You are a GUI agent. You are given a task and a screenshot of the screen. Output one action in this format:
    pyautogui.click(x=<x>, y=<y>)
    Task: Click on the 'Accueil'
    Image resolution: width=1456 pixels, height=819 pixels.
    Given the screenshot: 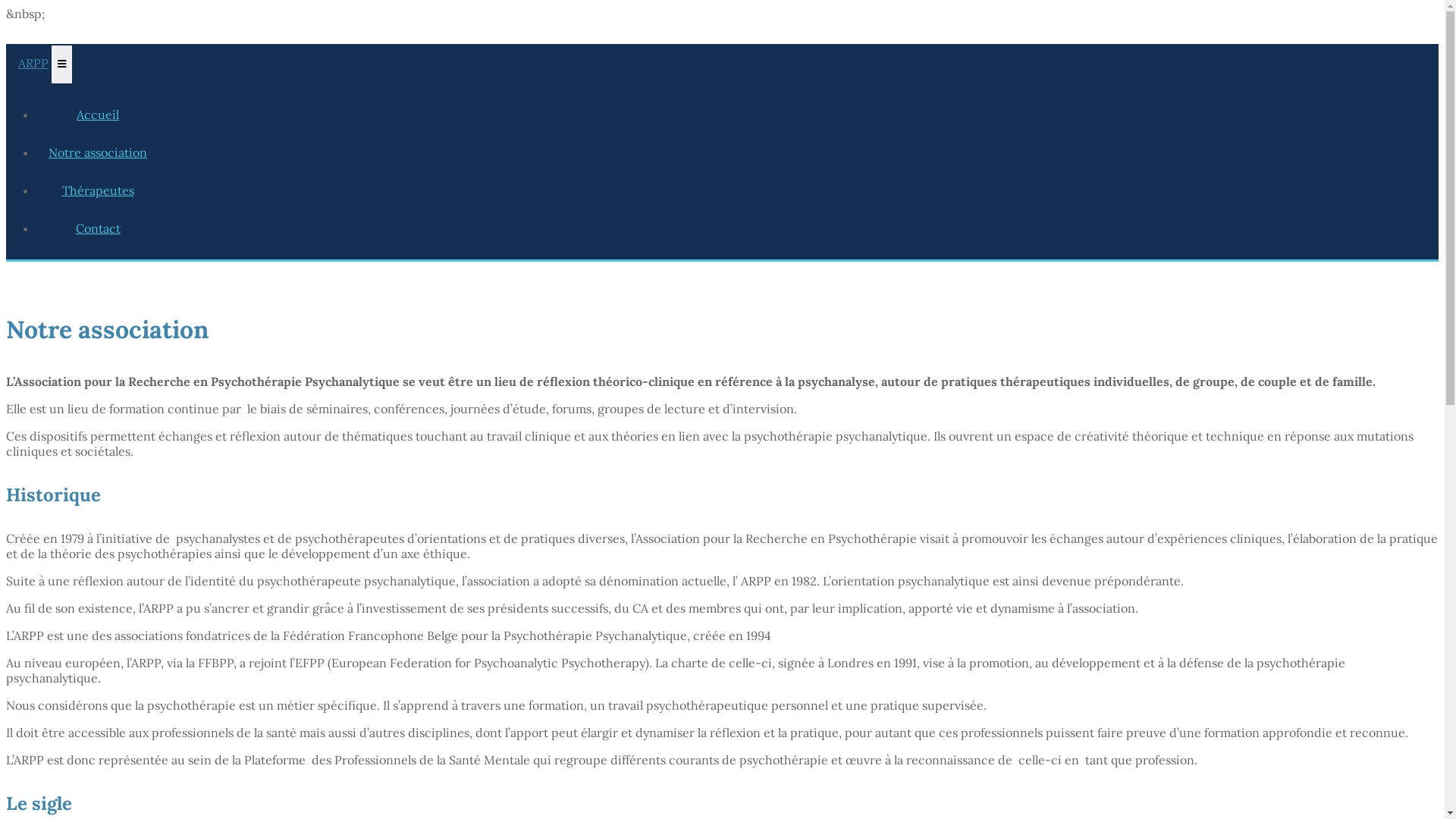 What is the action you would take?
    pyautogui.click(x=97, y=113)
    